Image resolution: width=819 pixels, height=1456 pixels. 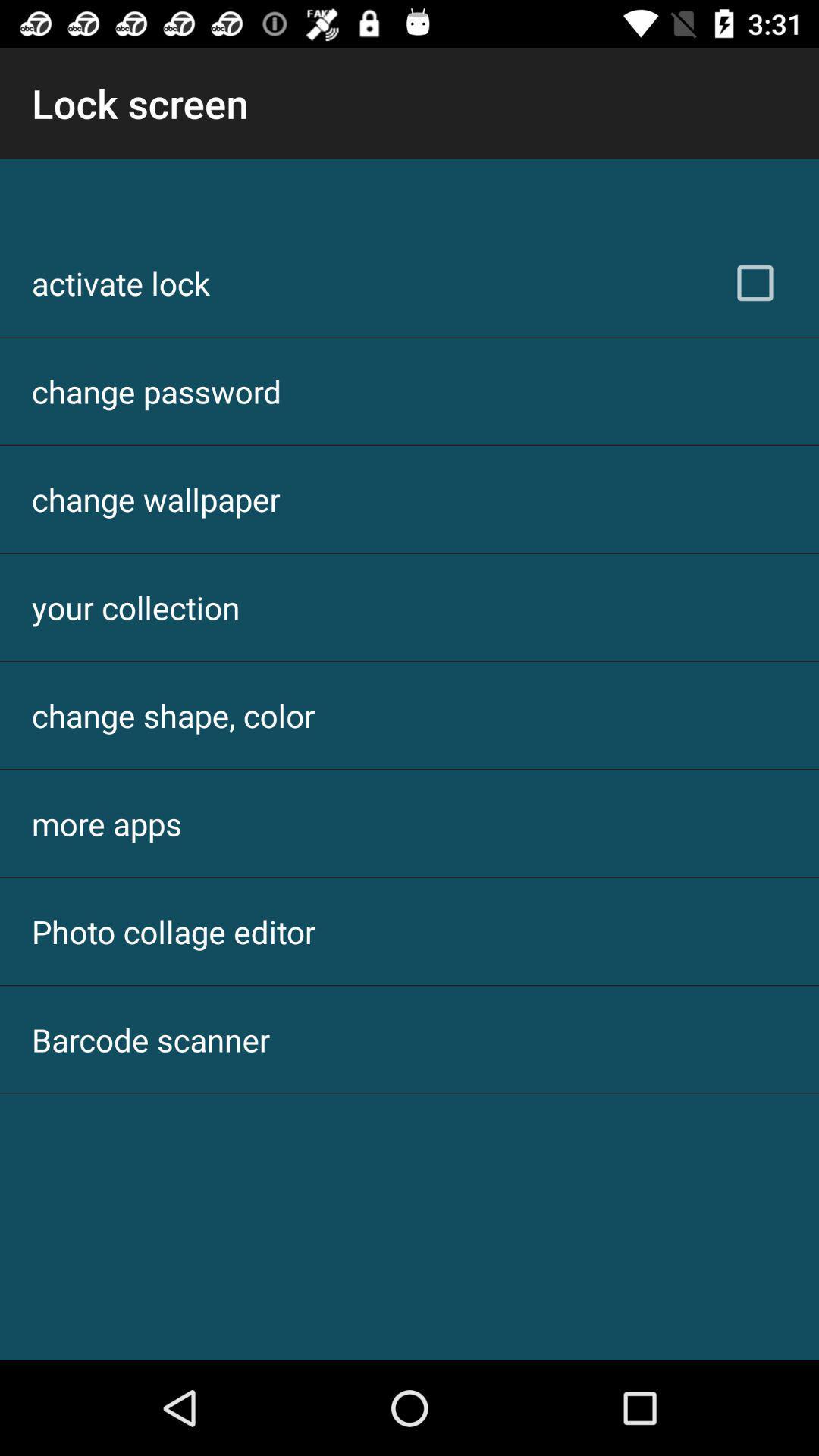 What do you see at coordinates (172, 714) in the screenshot?
I see `item above more apps item` at bounding box center [172, 714].